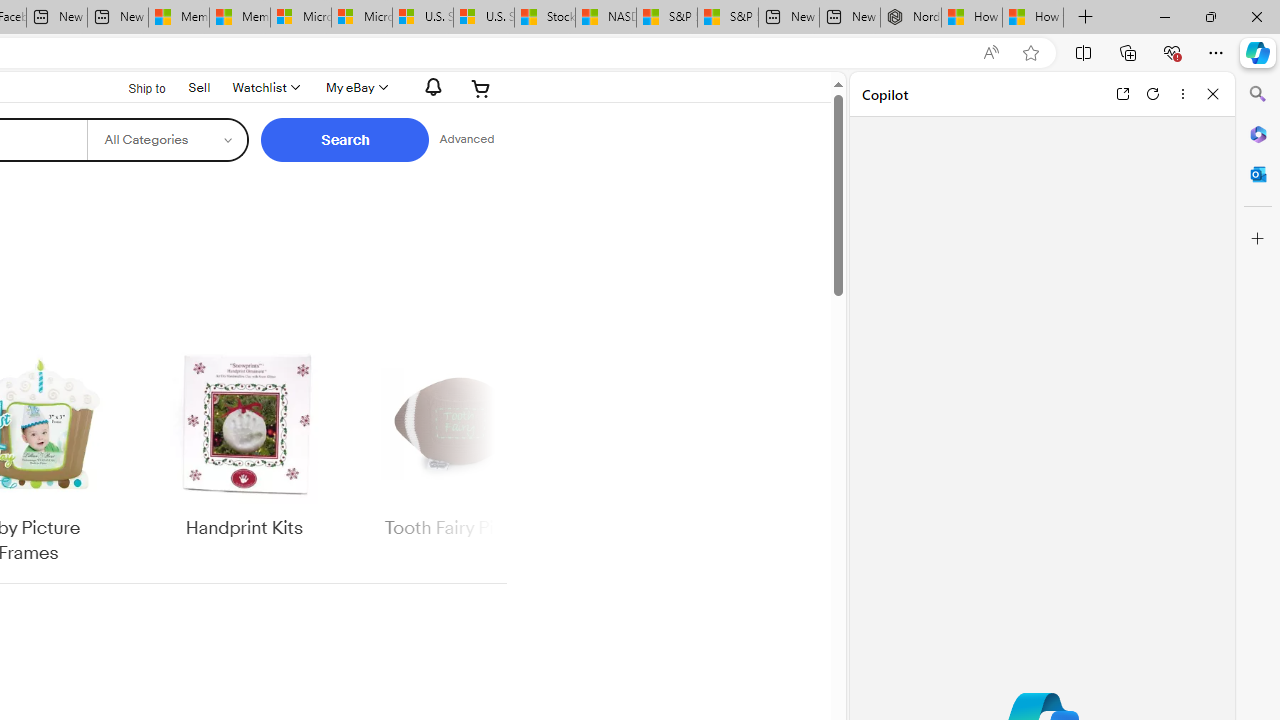 The height and width of the screenshot is (720, 1280). I want to click on 'Handprint Kits', so click(243, 442).